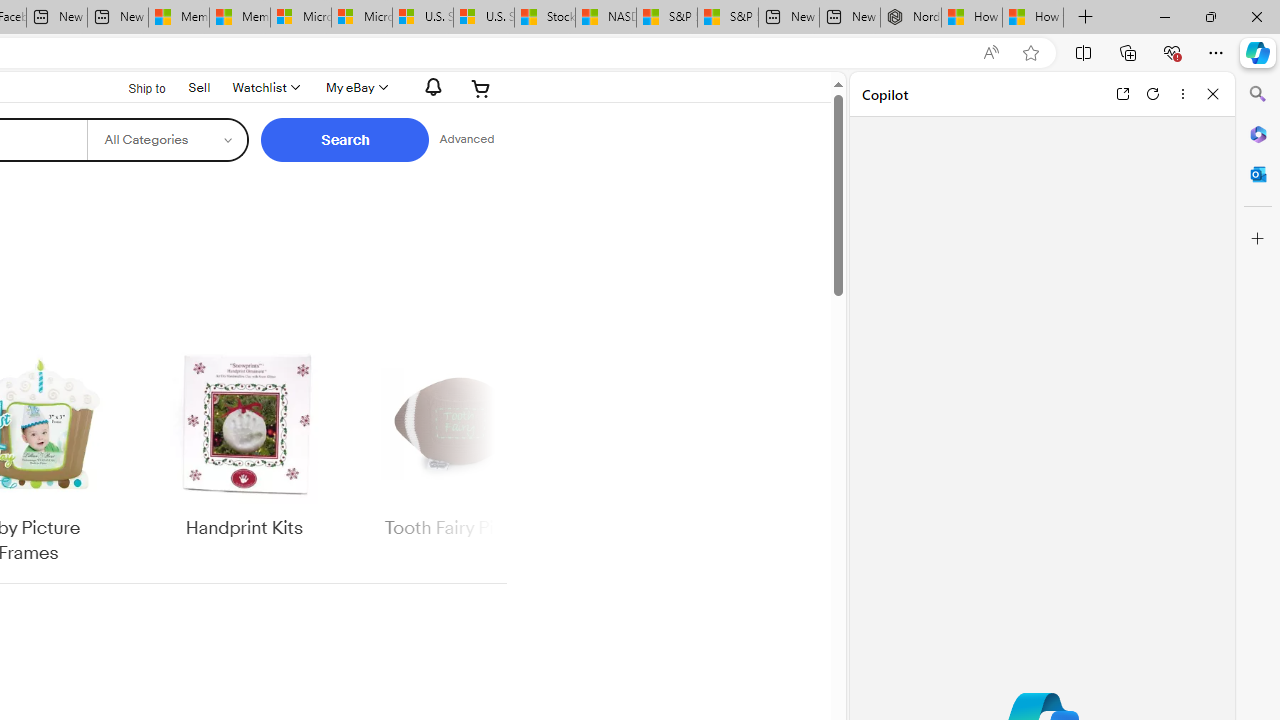 The height and width of the screenshot is (720, 1280). I want to click on 'Handprint Kits', so click(243, 442).